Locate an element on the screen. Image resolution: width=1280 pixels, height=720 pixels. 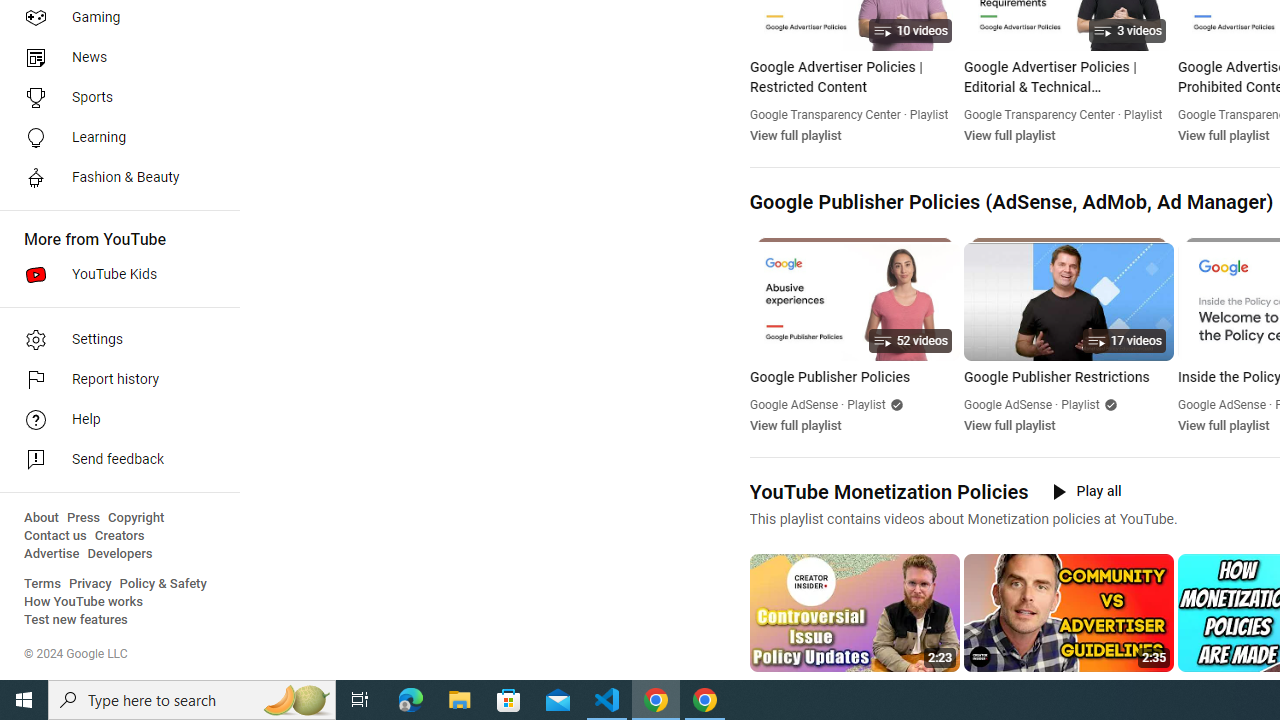
'Play all' is located at coordinates (1085, 491).